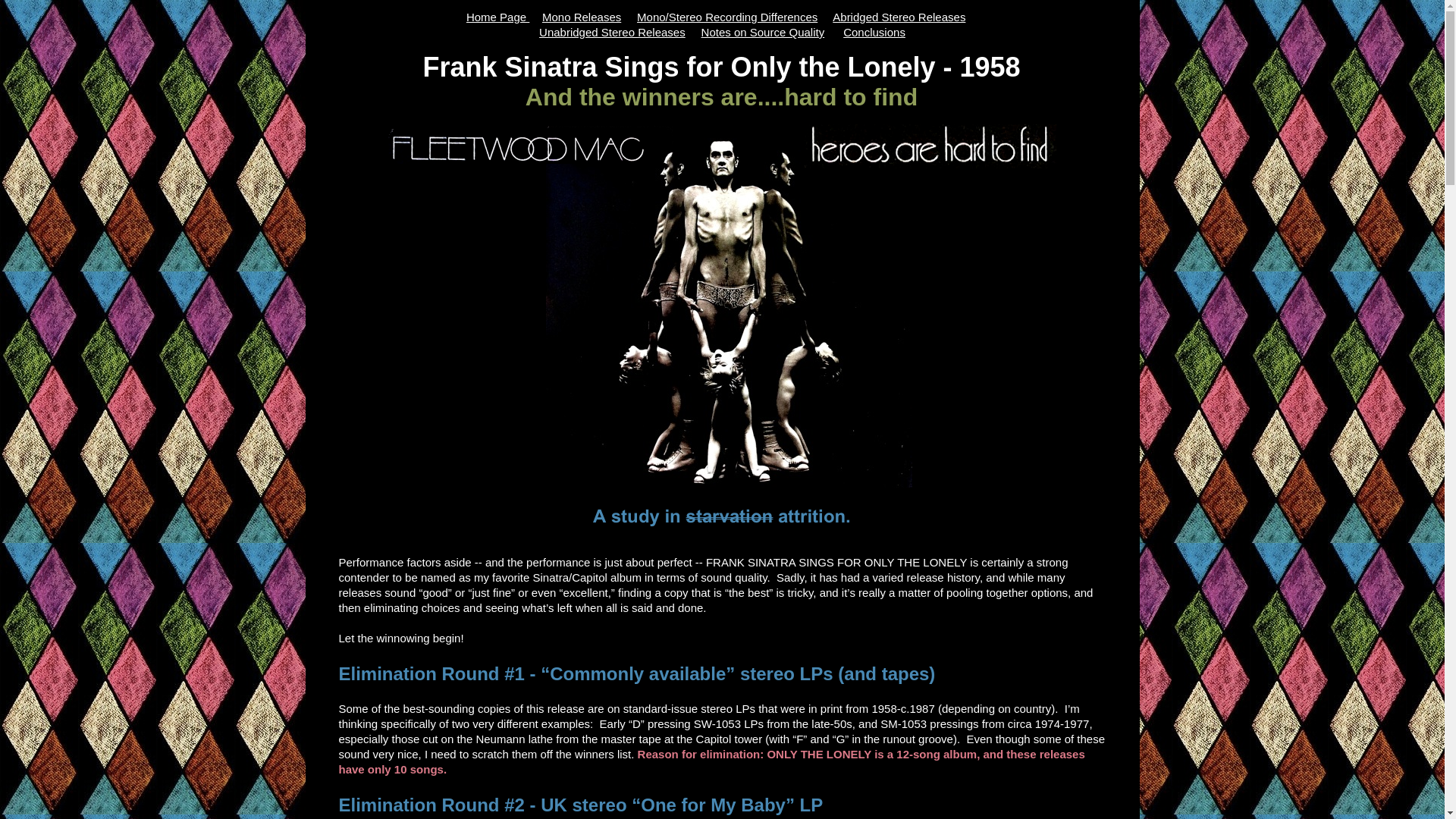 This screenshot has height=819, width=1456. Describe the element at coordinates (832, 17) in the screenshot. I see `'Abridged Stereo Releases'` at that location.